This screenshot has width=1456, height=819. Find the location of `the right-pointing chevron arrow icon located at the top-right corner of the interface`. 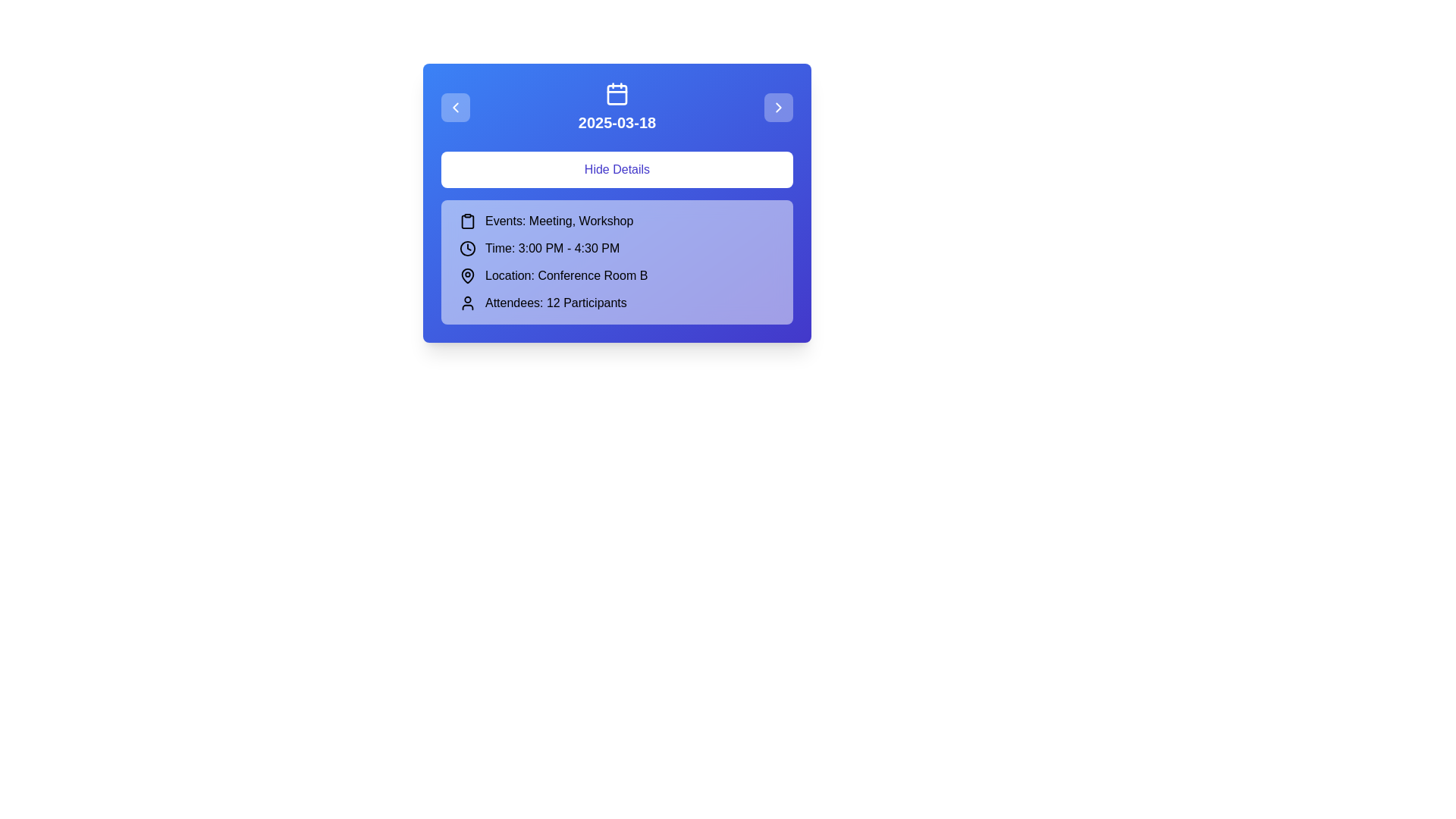

the right-pointing chevron arrow icon located at the top-right corner of the interface is located at coordinates (779, 107).